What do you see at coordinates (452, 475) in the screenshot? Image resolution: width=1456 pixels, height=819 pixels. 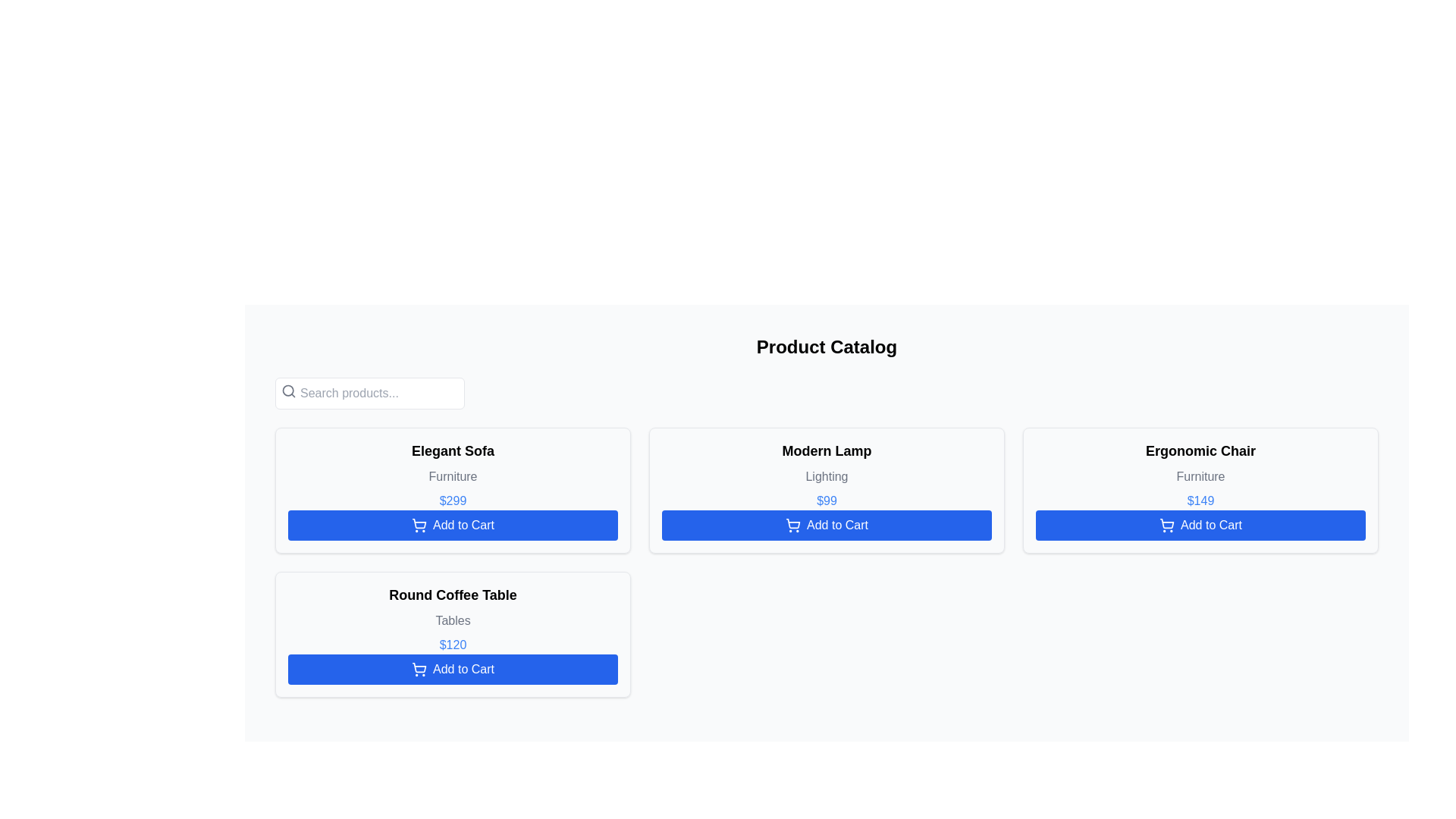 I see `the text label displaying 'Furniture' located beneath the product name 'Elegant Sofa' and above the price tag in the product card` at bounding box center [452, 475].